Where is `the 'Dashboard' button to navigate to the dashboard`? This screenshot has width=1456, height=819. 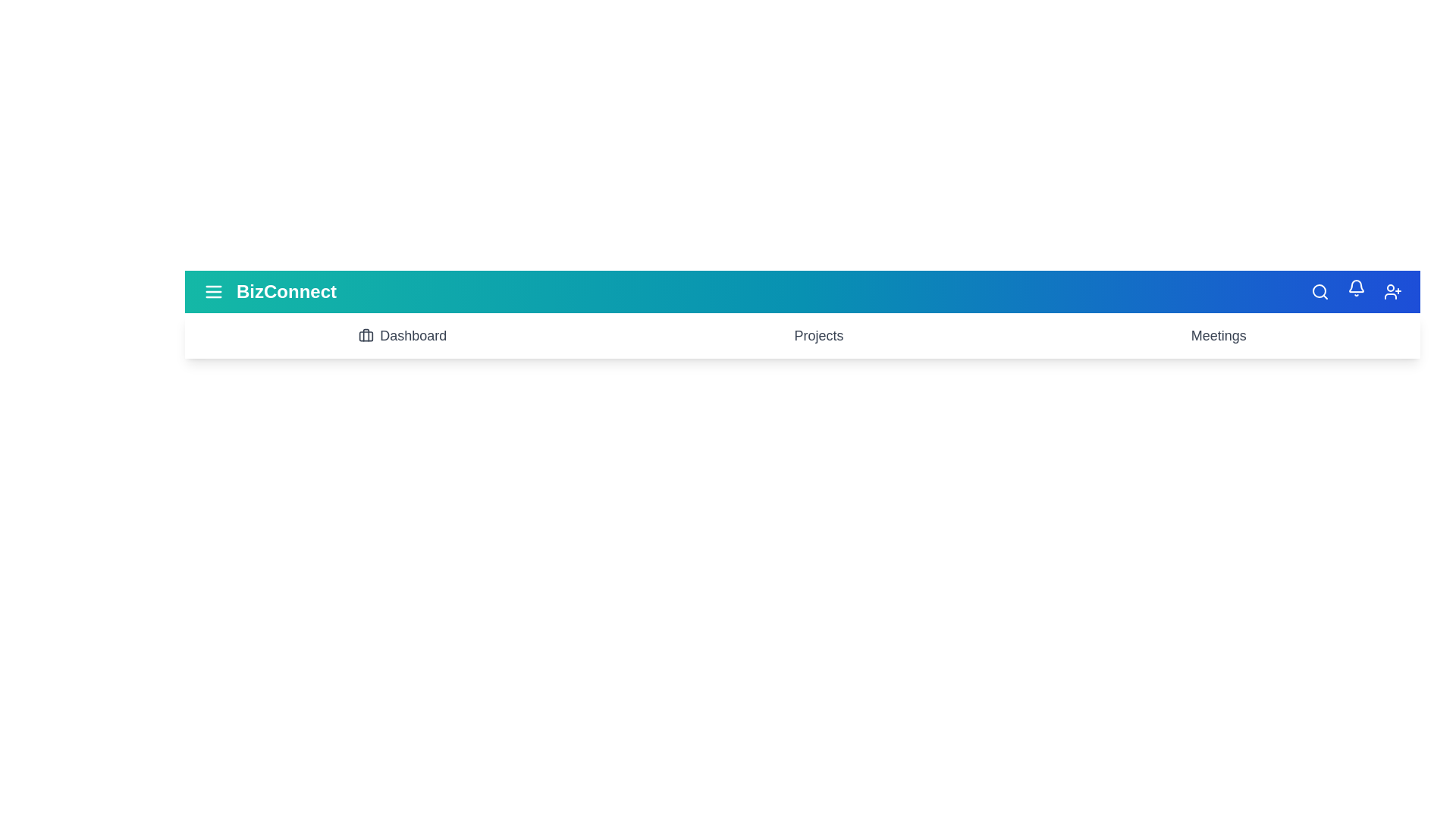 the 'Dashboard' button to navigate to the dashboard is located at coordinates (403, 335).